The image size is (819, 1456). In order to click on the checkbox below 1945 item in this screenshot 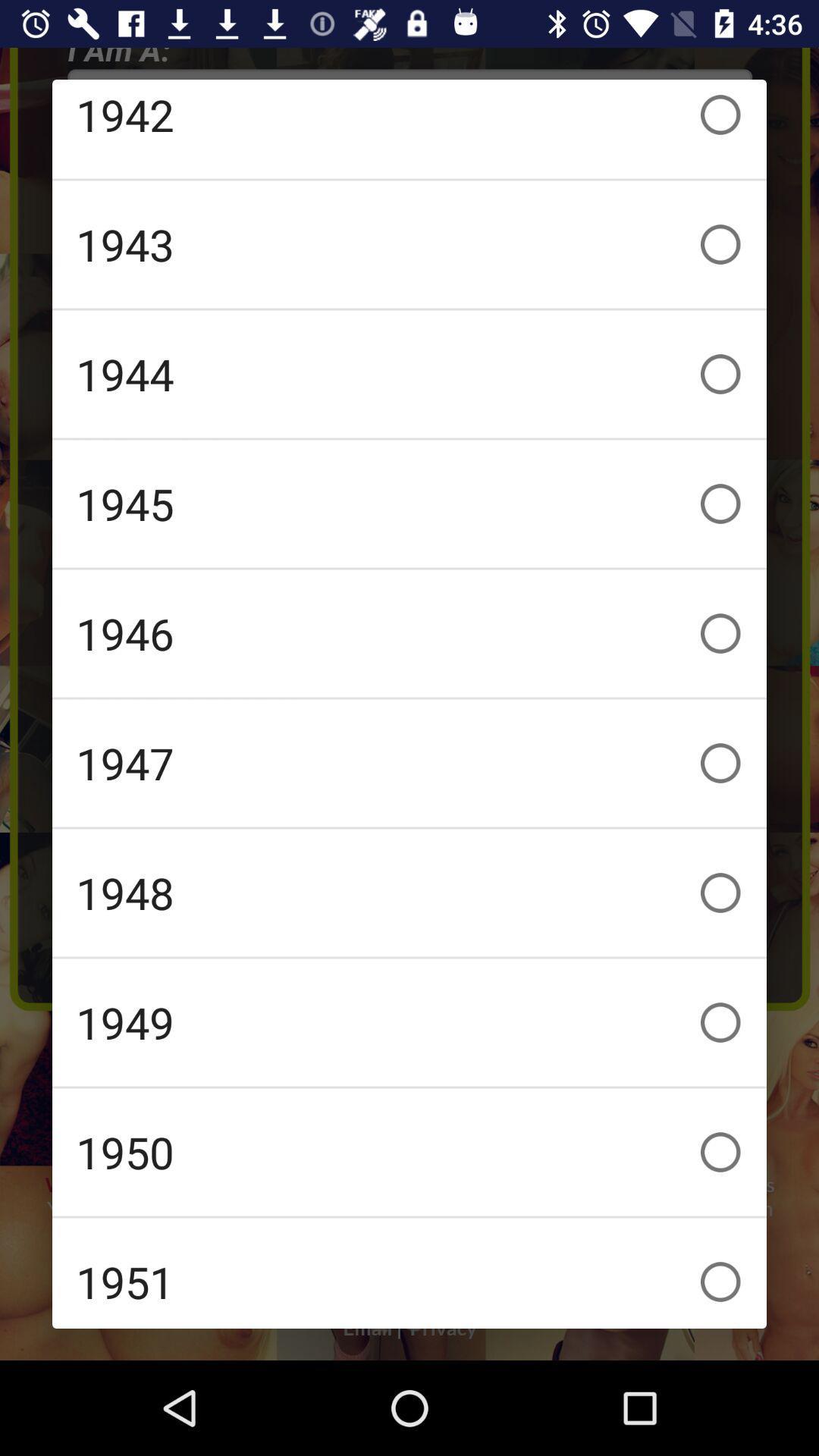, I will do `click(409, 633)`.